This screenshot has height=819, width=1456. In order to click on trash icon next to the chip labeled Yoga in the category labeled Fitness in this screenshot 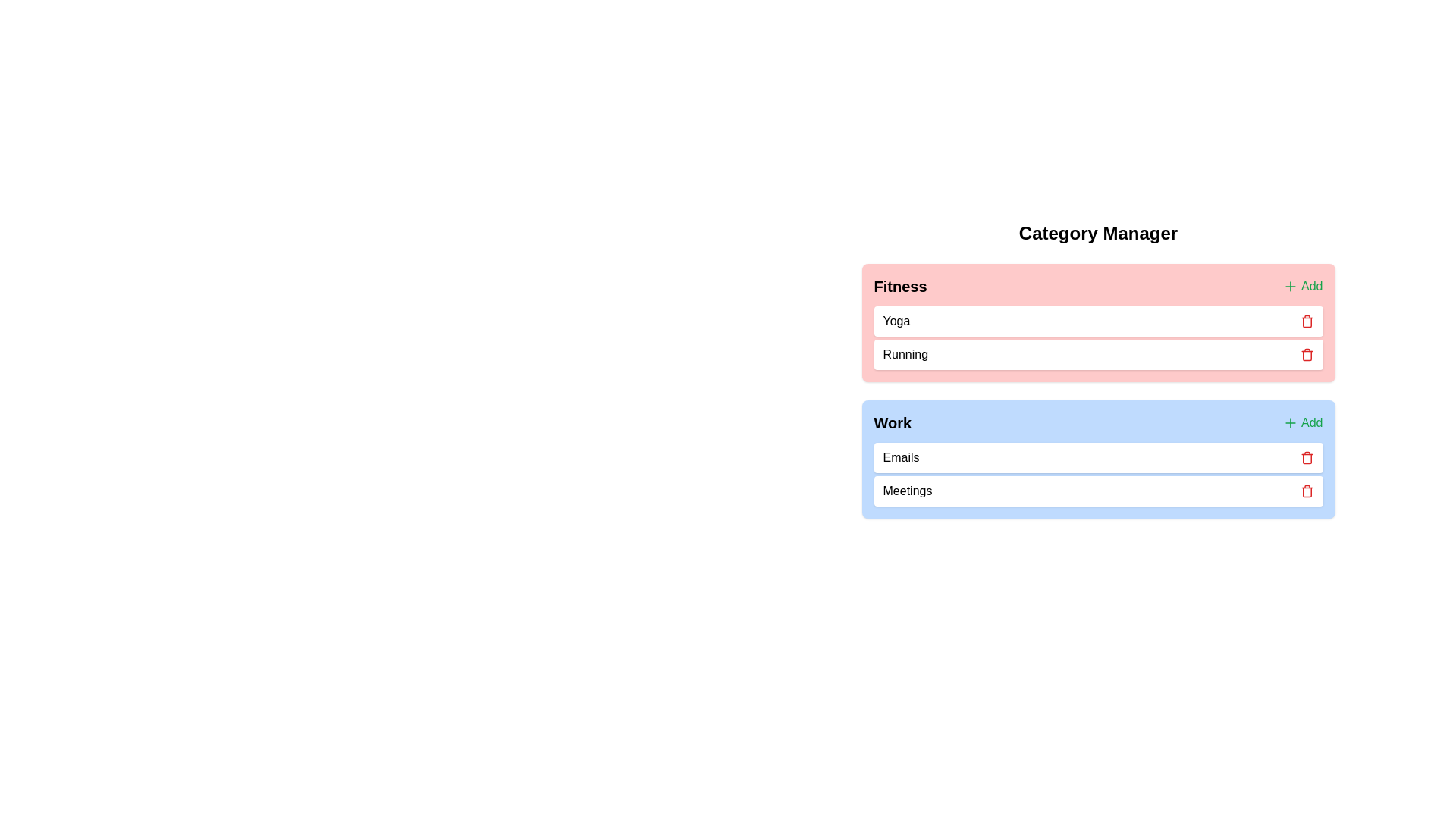, I will do `click(1306, 321)`.